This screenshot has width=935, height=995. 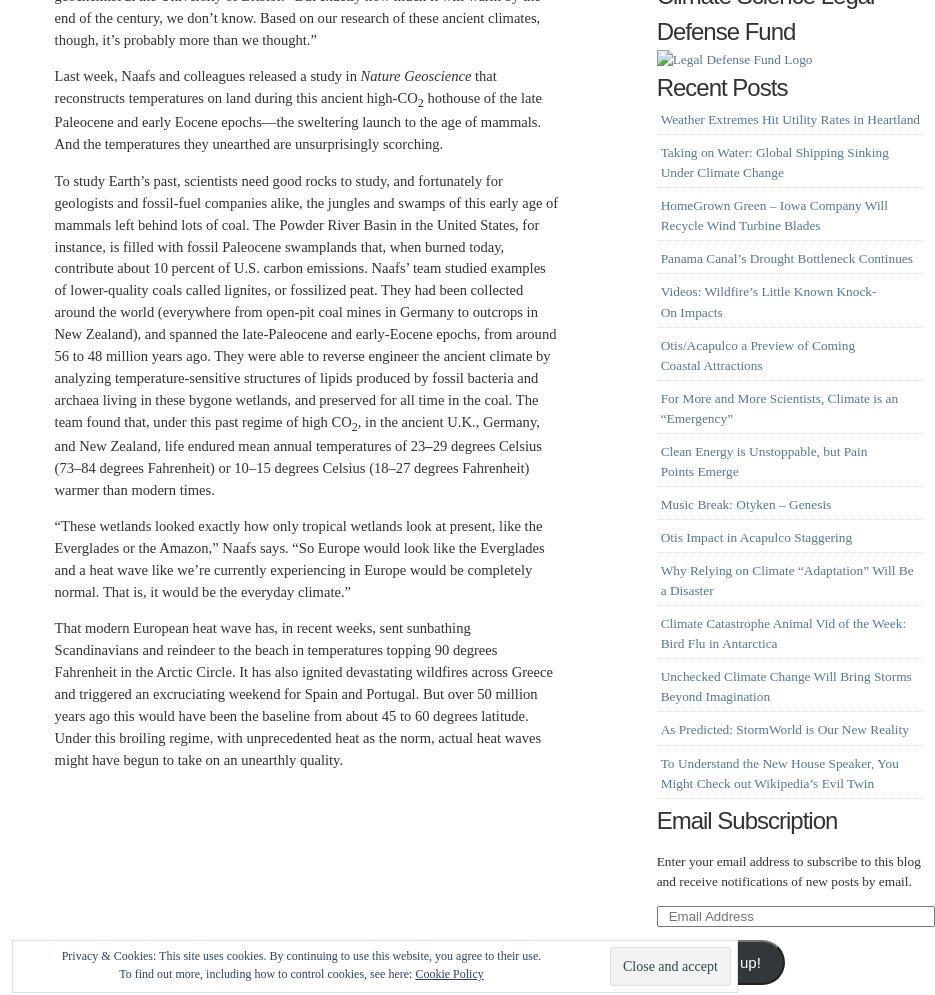 What do you see at coordinates (296, 119) in the screenshot?
I see `'hothouse of the late Paleocene and early Eocene epochs—the sweltering launch to the age of mammals. And the temperatures they unearthed are unsurprisingly scorching.'` at bounding box center [296, 119].